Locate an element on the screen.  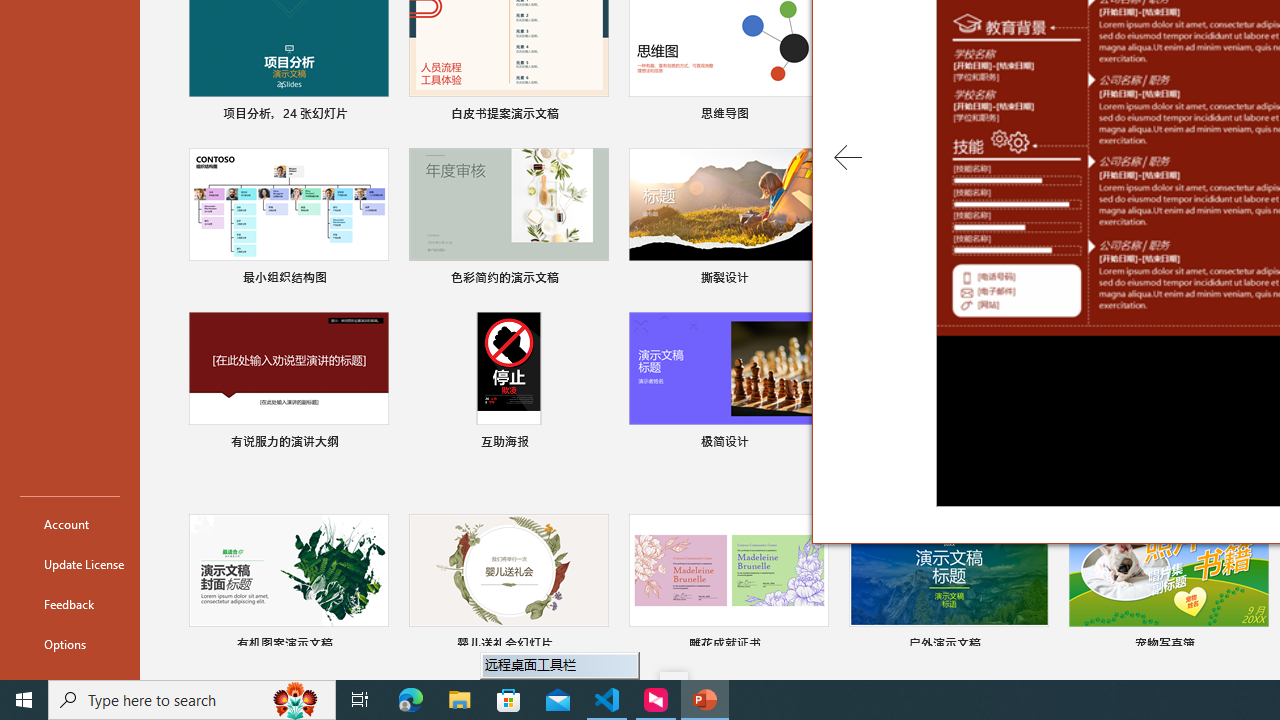
'Microsoft Store' is located at coordinates (509, 698).